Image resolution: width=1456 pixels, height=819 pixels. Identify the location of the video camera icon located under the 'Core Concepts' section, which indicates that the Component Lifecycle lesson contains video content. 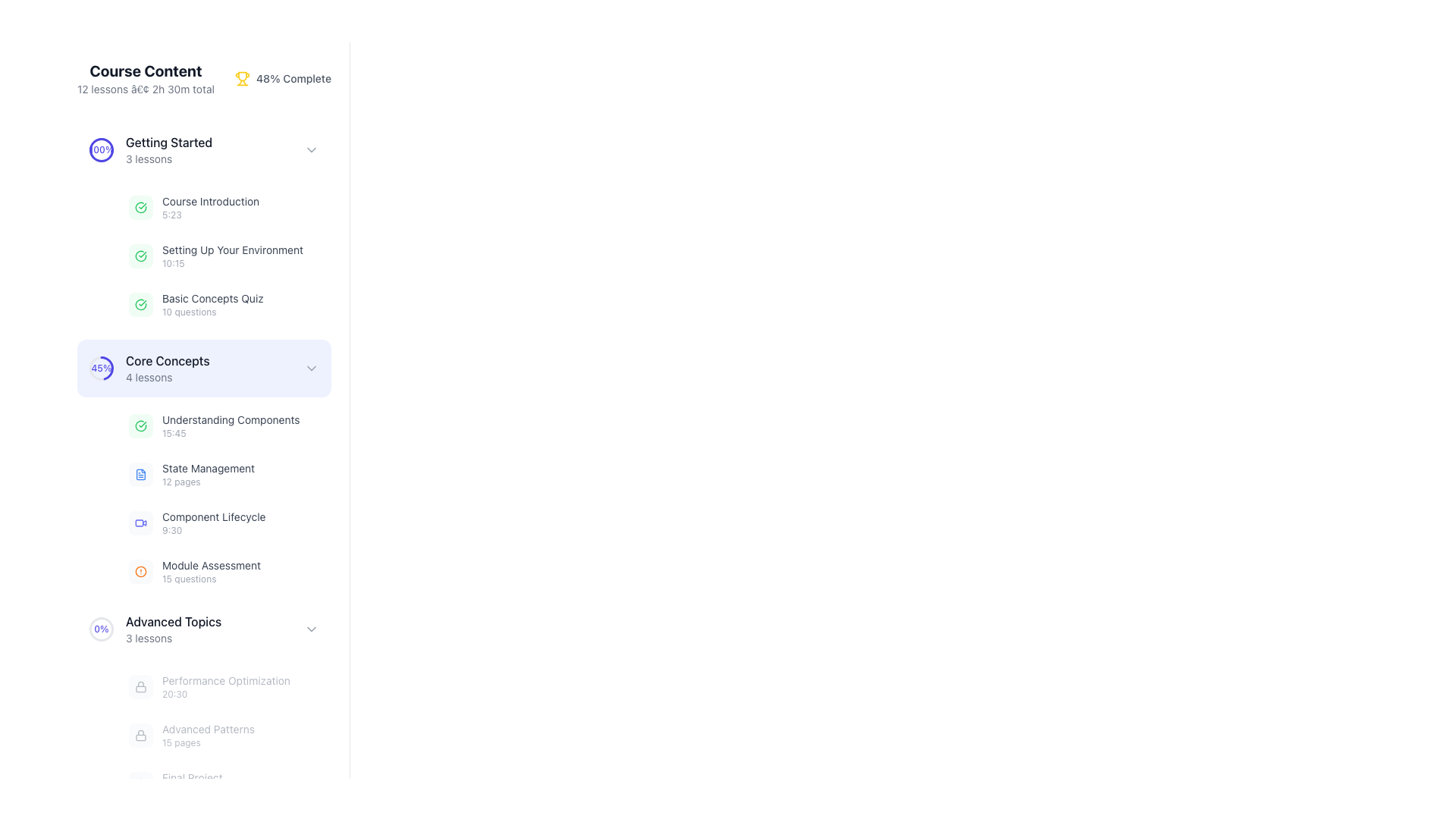
(141, 522).